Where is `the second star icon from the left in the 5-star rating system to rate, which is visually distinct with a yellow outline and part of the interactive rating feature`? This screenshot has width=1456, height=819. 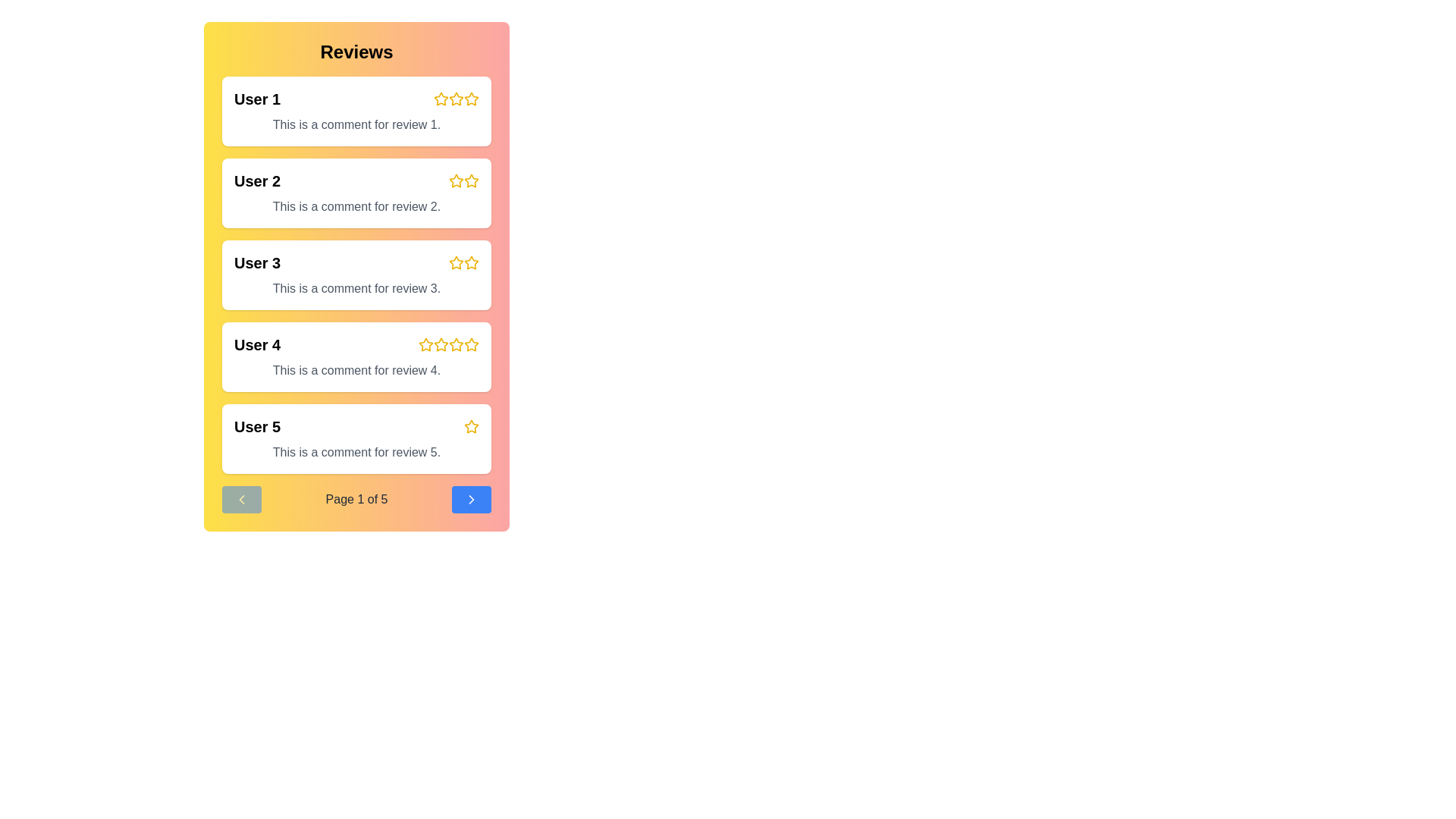 the second star icon from the left in the 5-star rating system to rate, which is visually distinct with a yellow outline and part of the interactive rating feature is located at coordinates (455, 180).